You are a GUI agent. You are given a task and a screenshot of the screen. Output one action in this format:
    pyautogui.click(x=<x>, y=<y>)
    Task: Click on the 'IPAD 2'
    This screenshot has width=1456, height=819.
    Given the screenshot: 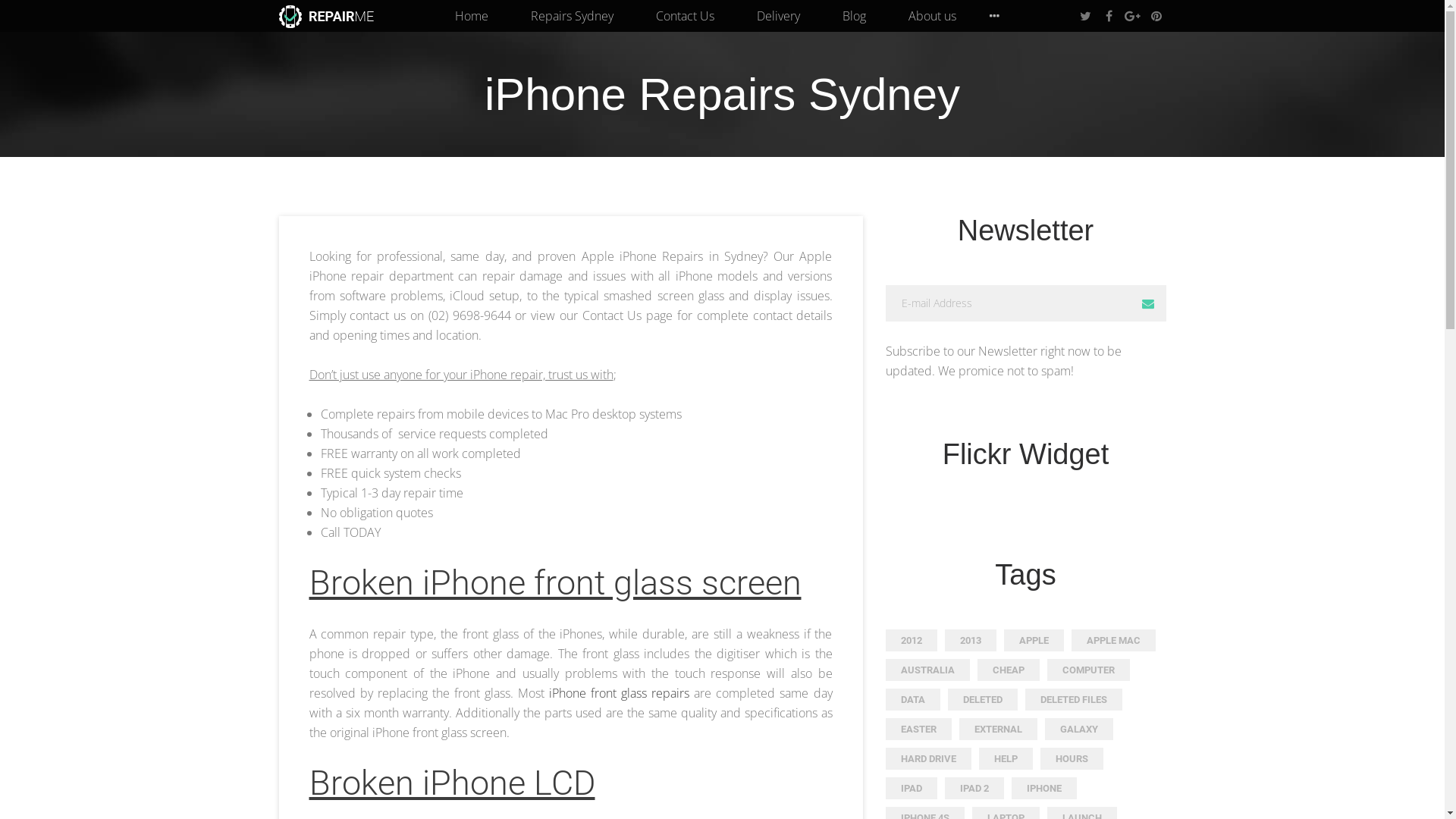 What is the action you would take?
    pyautogui.click(x=974, y=787)
    